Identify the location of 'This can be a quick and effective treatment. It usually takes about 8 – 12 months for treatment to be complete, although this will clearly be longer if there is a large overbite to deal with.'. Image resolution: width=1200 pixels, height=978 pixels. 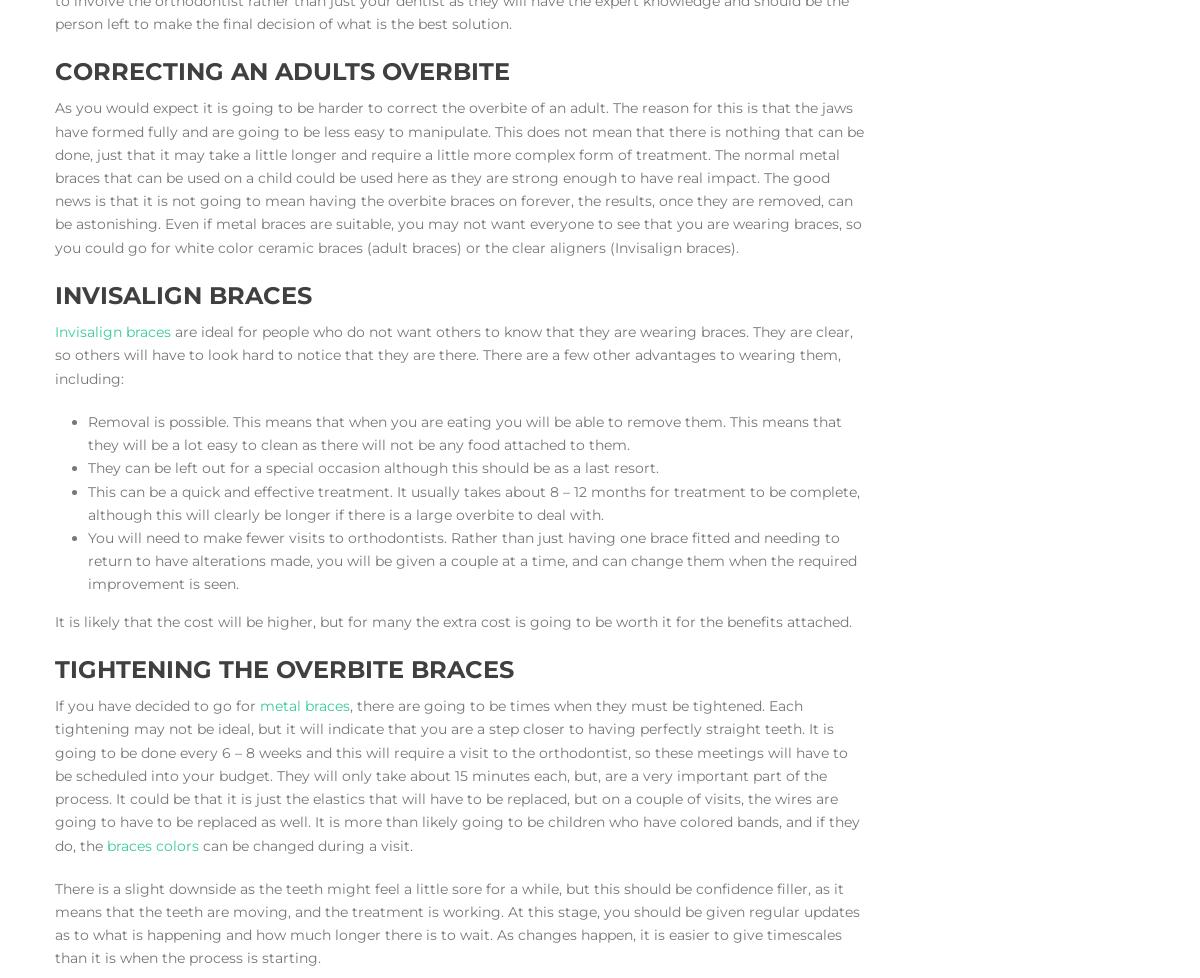
(472, 502).